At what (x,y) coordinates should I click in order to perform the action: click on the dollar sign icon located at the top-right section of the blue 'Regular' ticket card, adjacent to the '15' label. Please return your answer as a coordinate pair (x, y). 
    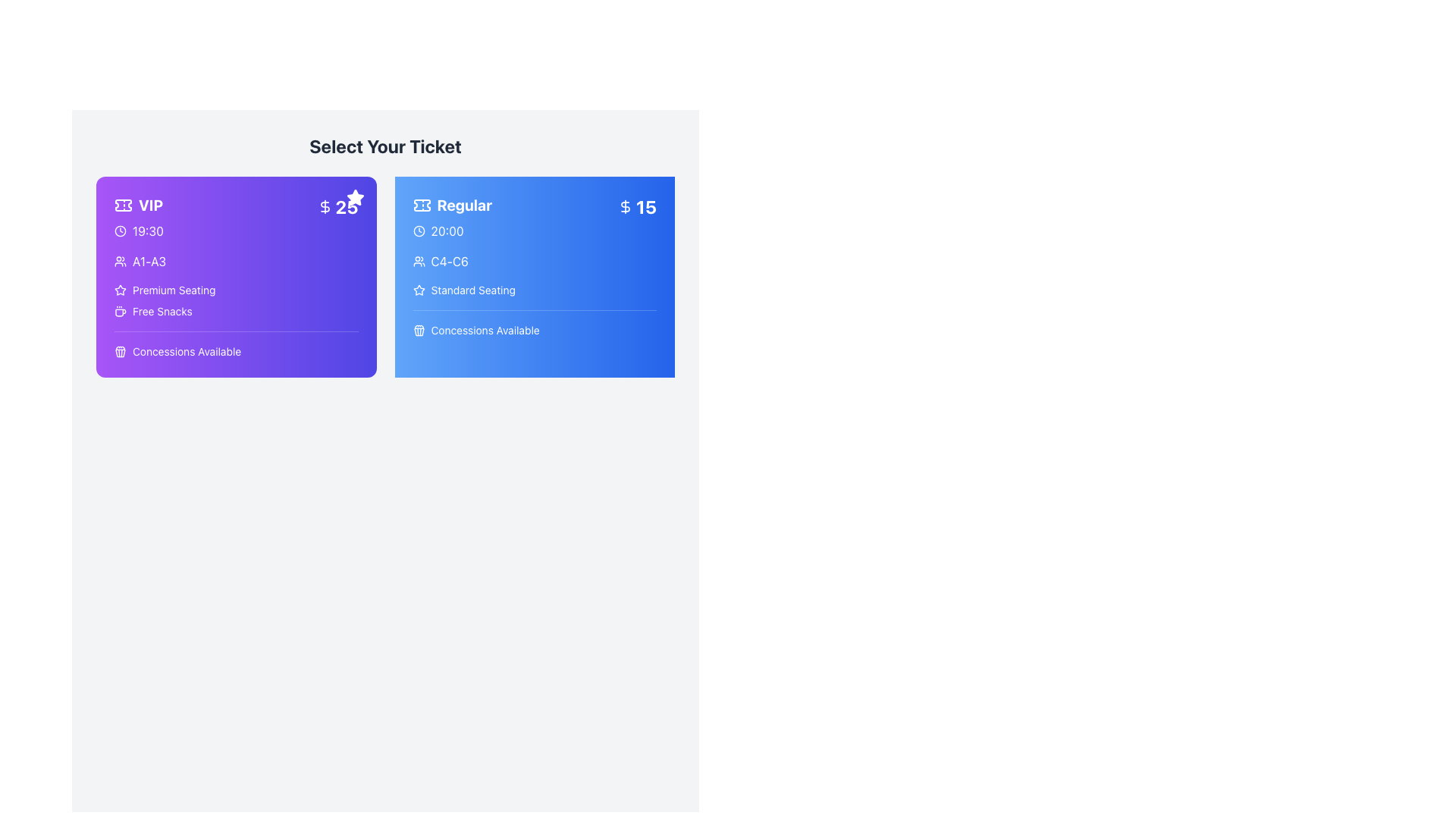
    Looking at the image, I should click on (626, 207).